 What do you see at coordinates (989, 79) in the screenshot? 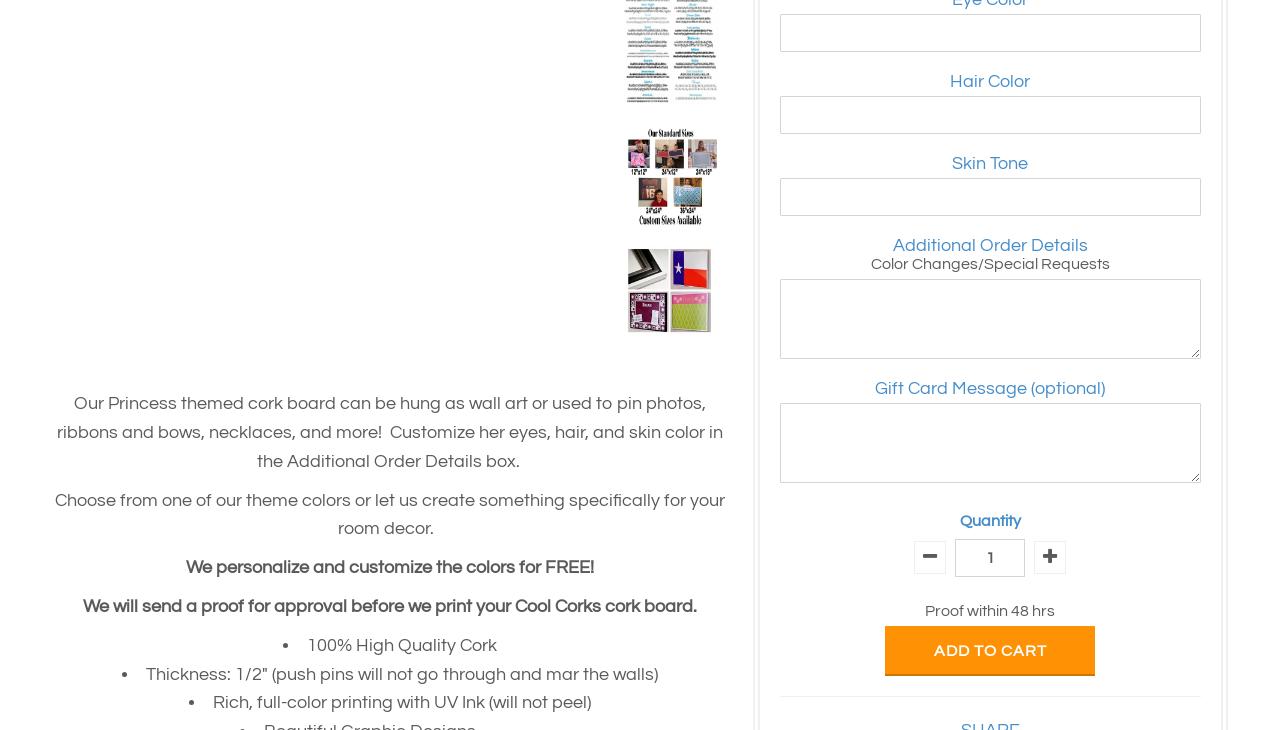
I see `'Hair Color'` at bounding box center [989, 79].